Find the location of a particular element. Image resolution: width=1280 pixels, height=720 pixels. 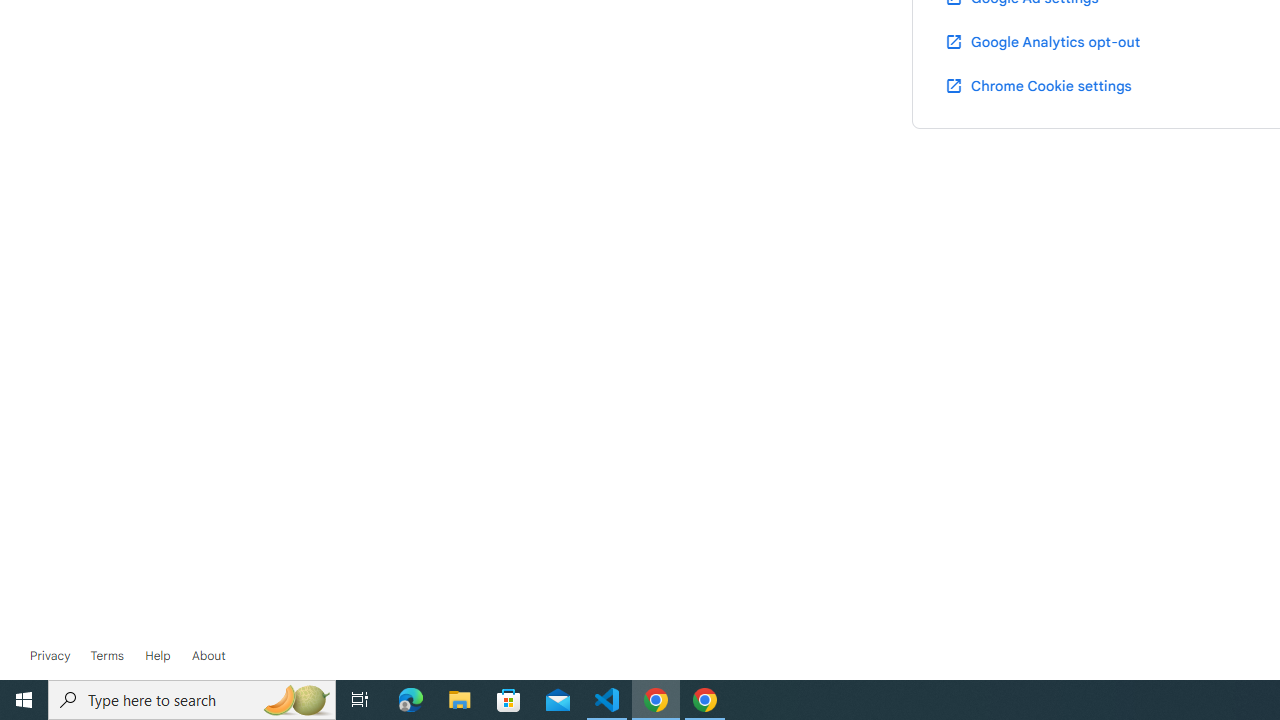

'Terms' is located at coordinates (105, 655).